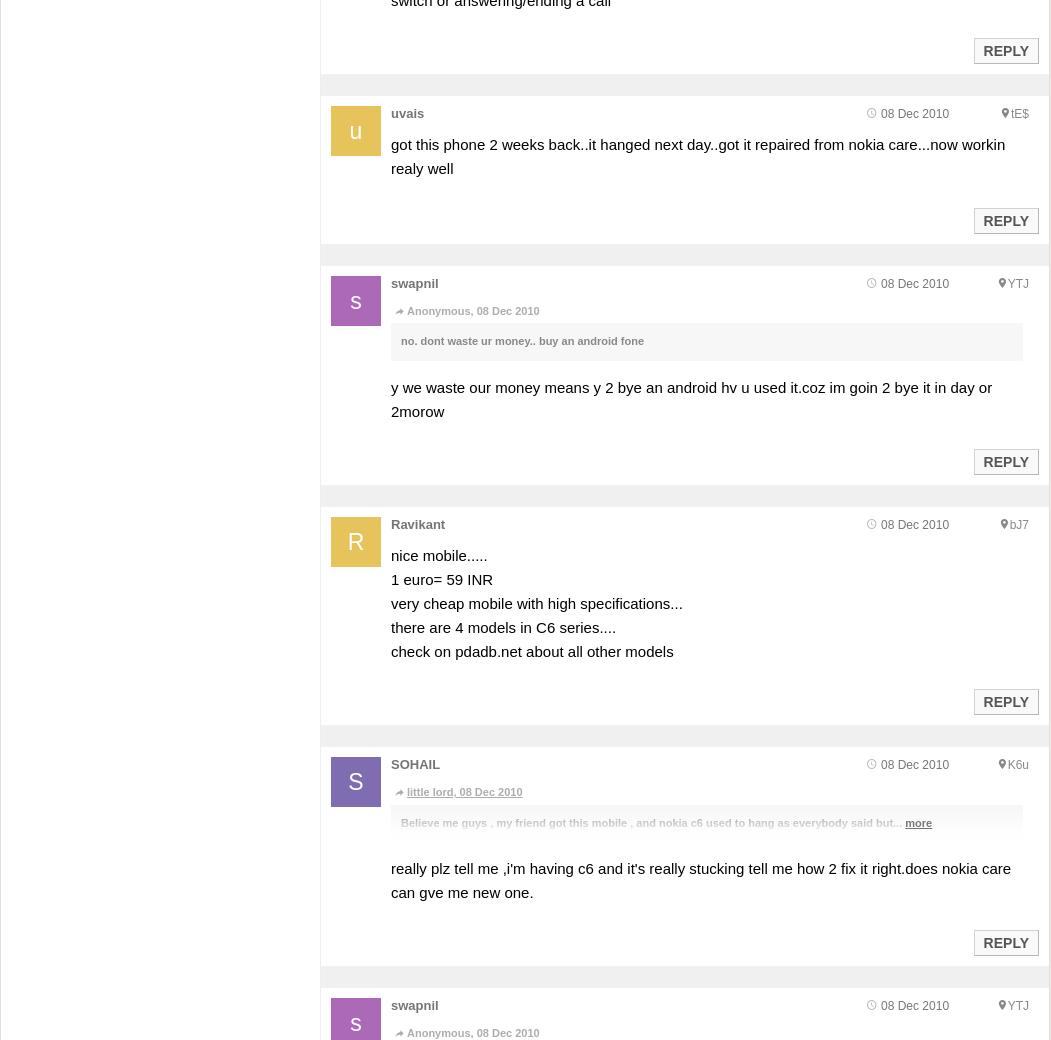 Image resolution: width=1051 pixels, height=1040 pixels. Describe the element at coordinates (1016, 763) in the screenshot. I see `'K6u'` at that location.